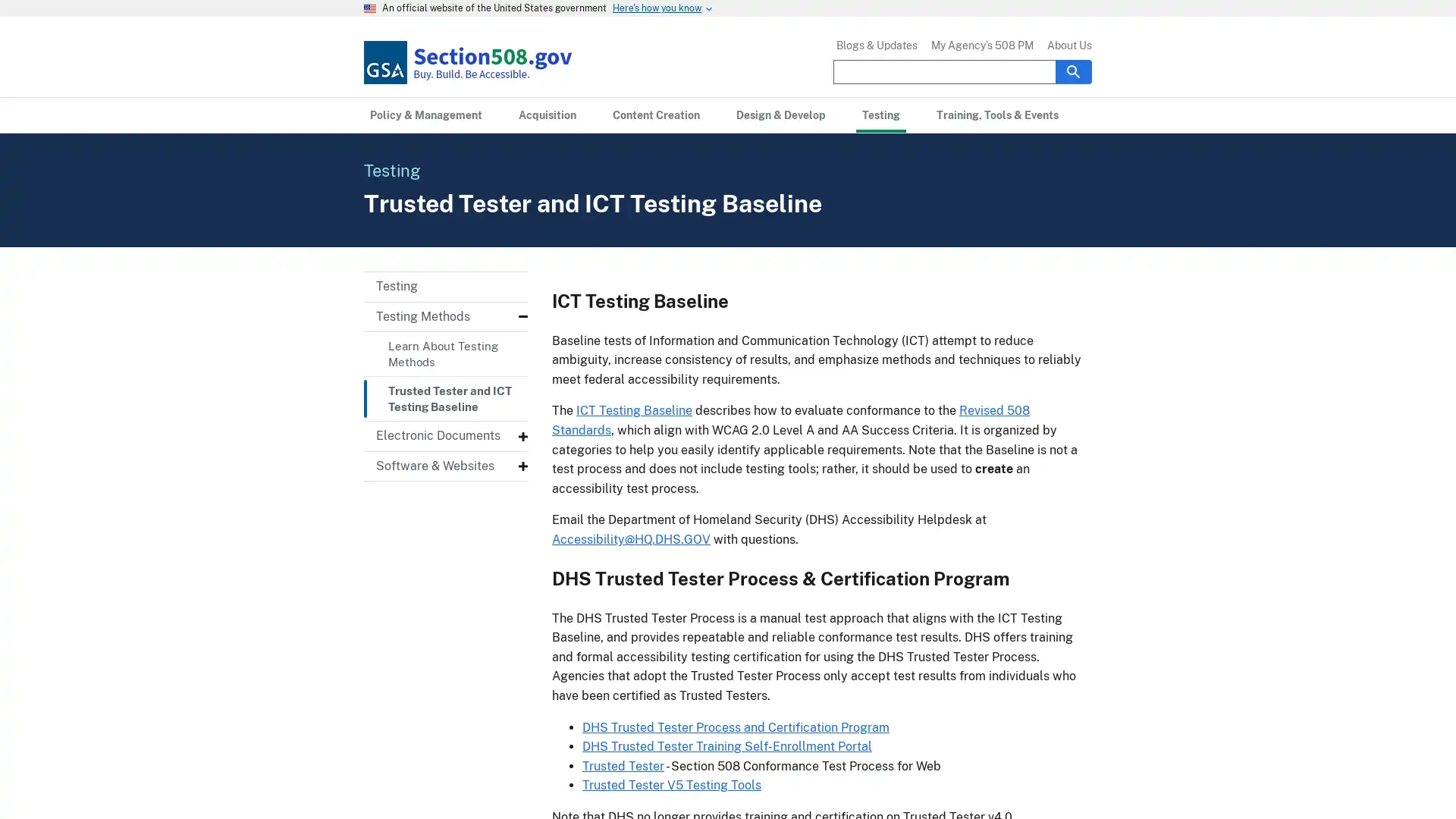 This screenshot has height=819, width=1456. Describe the element at coordinates (657, 8) in the screenshot. I see `Here's how you know` at that location.